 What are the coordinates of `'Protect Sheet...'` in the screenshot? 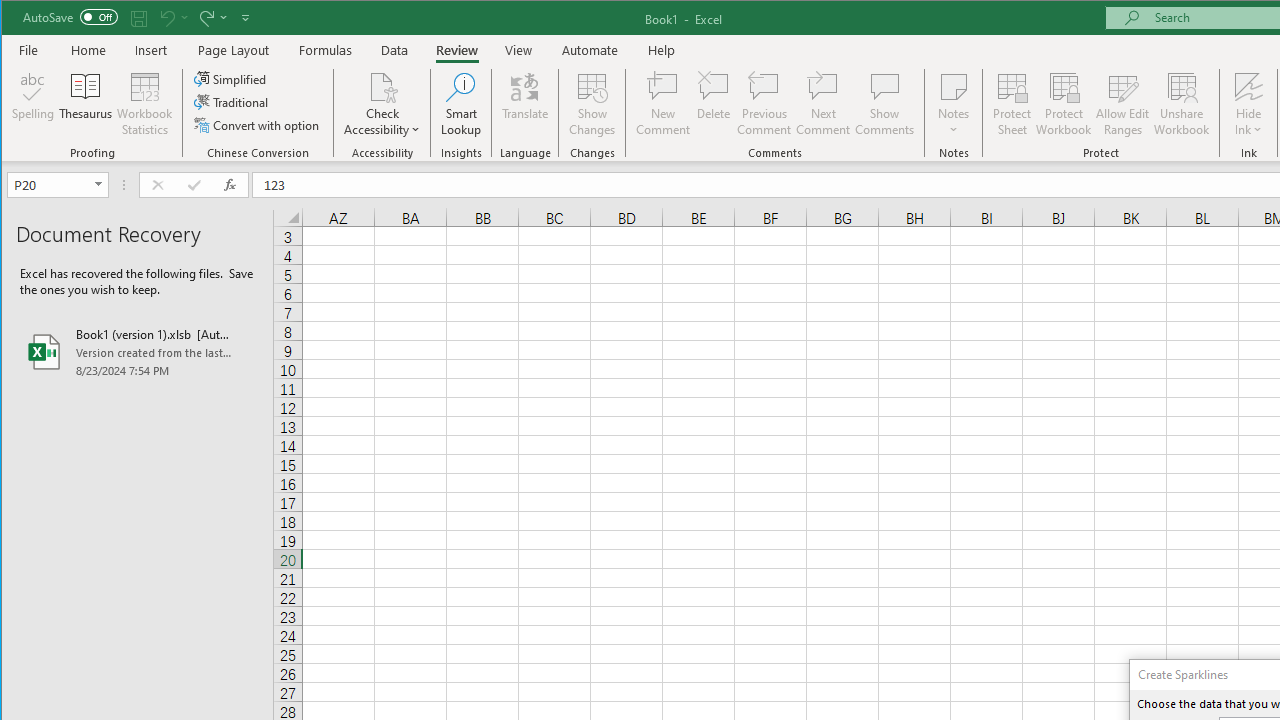 It's located at (1012, 104).